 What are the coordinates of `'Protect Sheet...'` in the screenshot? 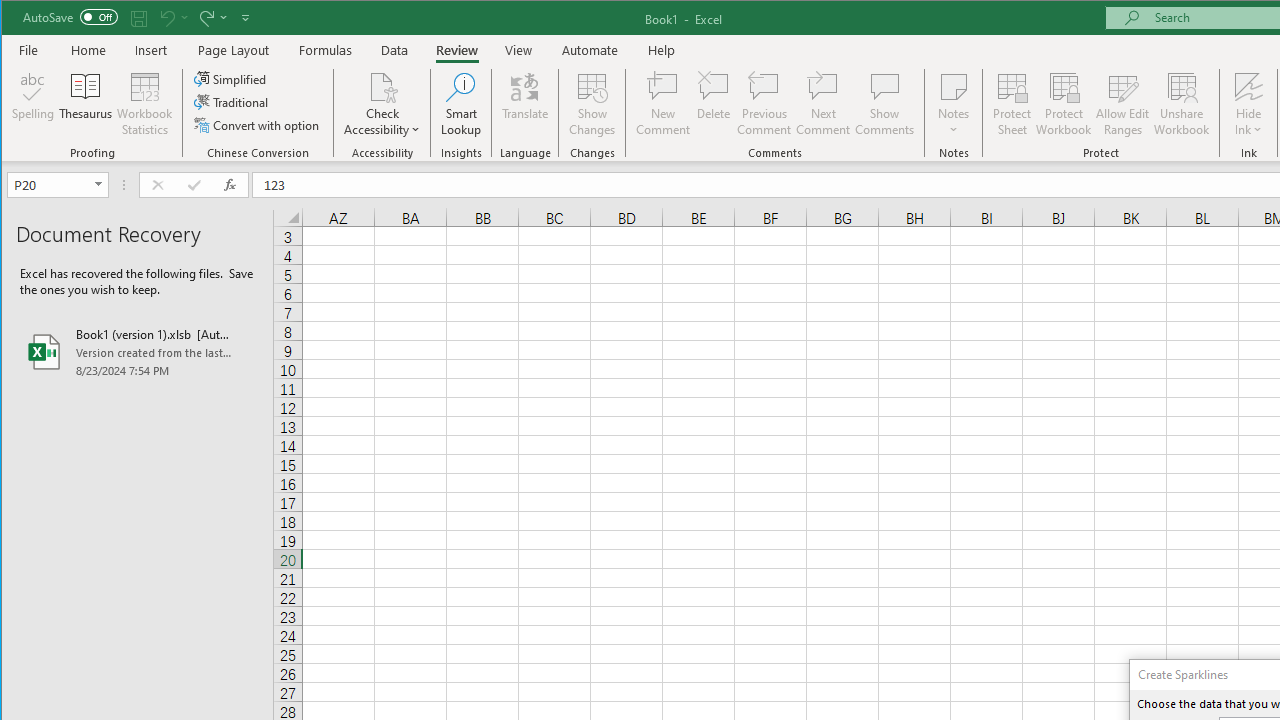 It's located at (1012, 104).